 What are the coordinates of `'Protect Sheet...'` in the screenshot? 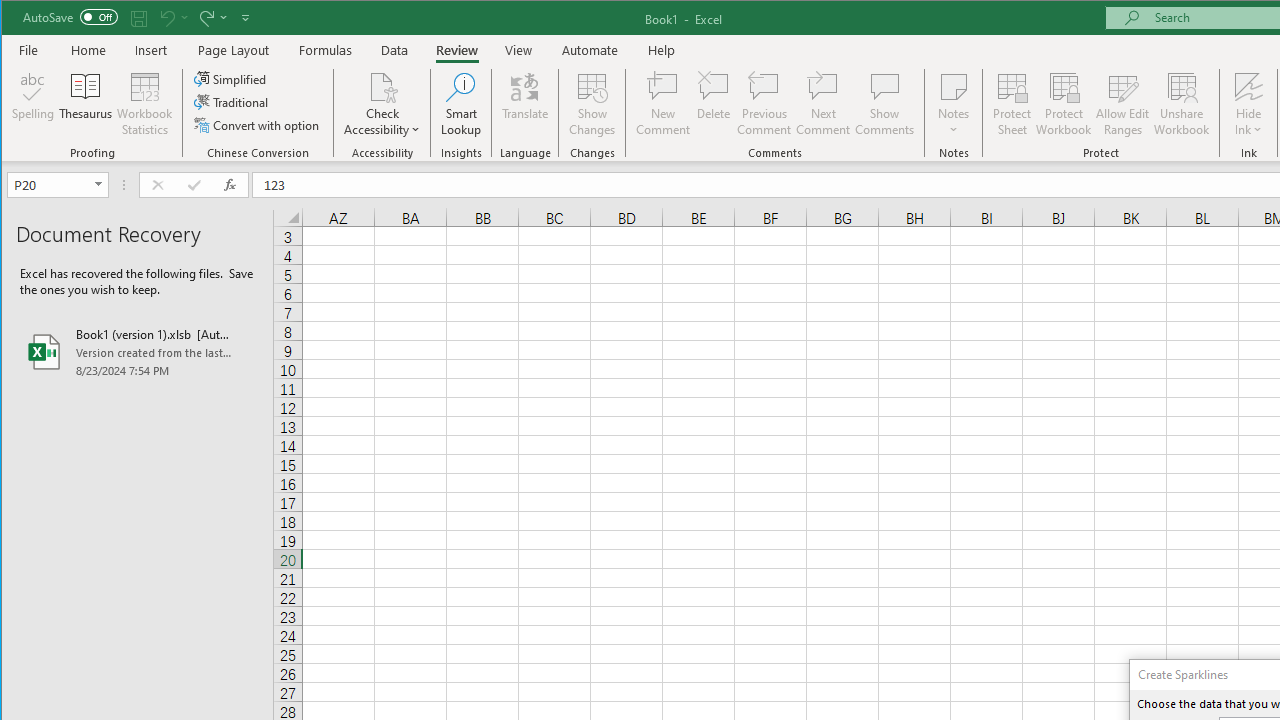 It's located at (1012, 104).